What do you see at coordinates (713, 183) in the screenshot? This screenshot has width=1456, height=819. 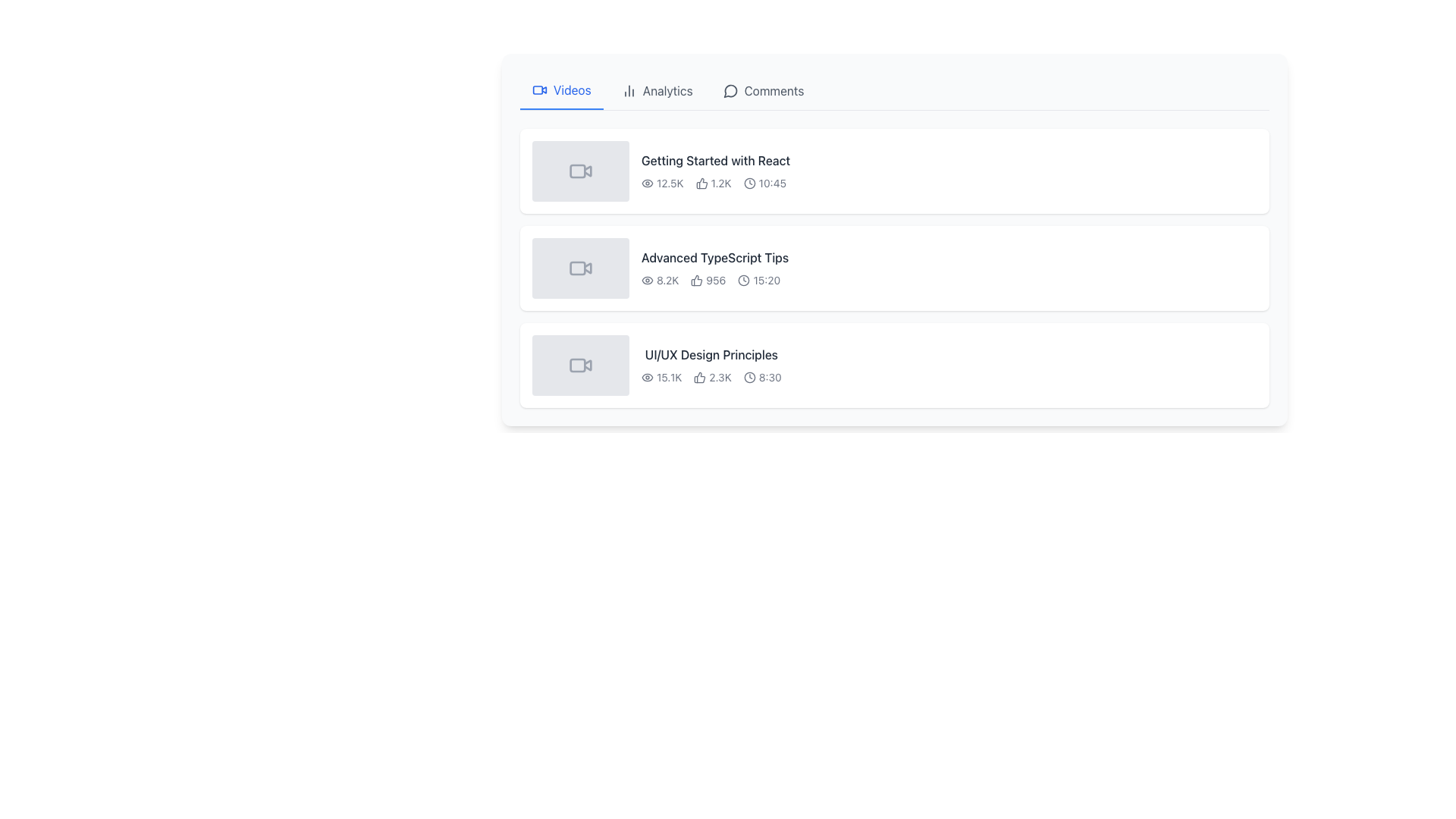 I see `the thumbs-up icon located to the left of the time value '10:45' and to the right of the count '12.5K' to like the item` at bounding box center [713, 183].